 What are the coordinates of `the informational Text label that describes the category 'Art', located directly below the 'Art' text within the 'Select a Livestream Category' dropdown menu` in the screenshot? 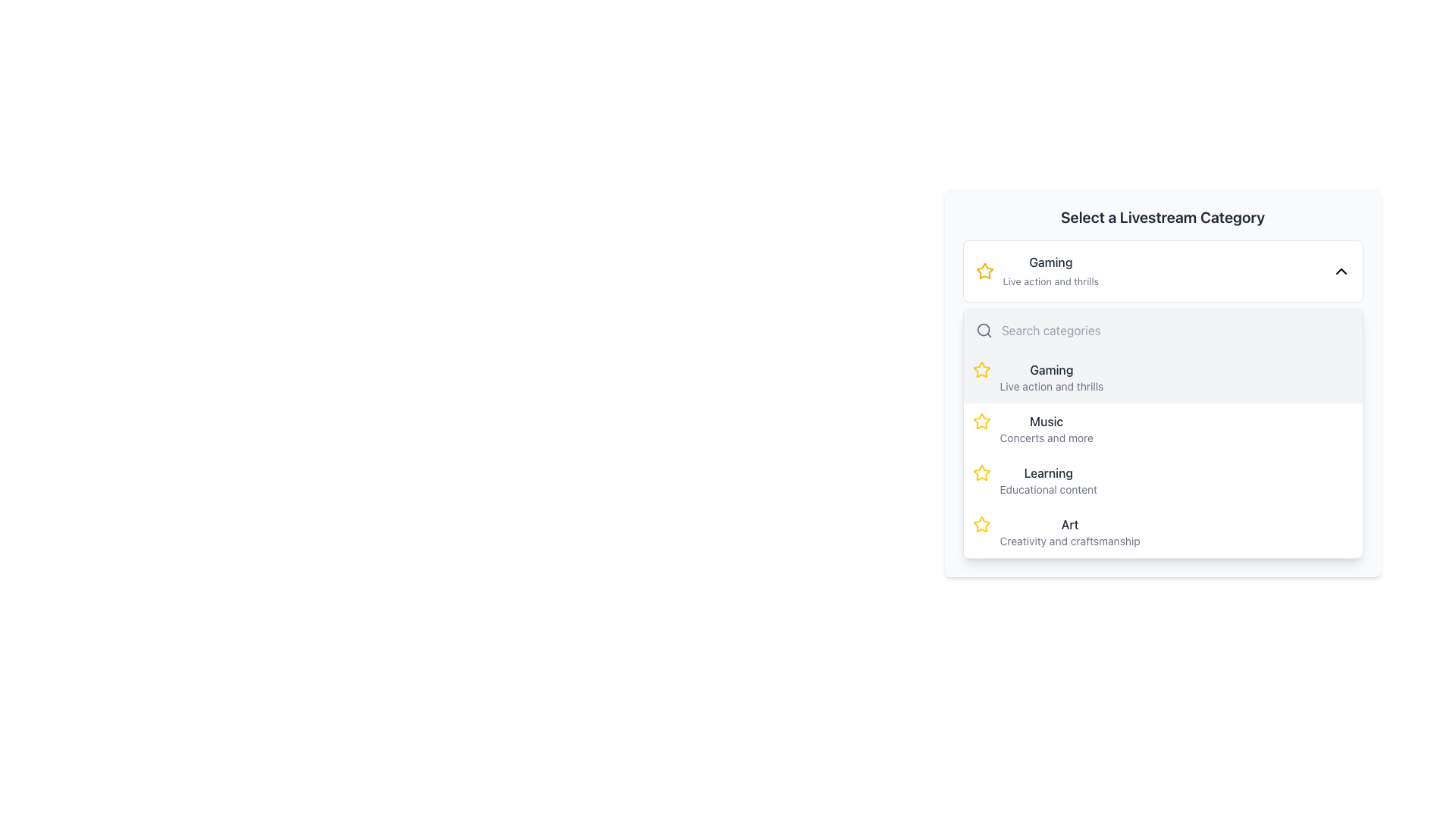 It's located at (1069, 540).